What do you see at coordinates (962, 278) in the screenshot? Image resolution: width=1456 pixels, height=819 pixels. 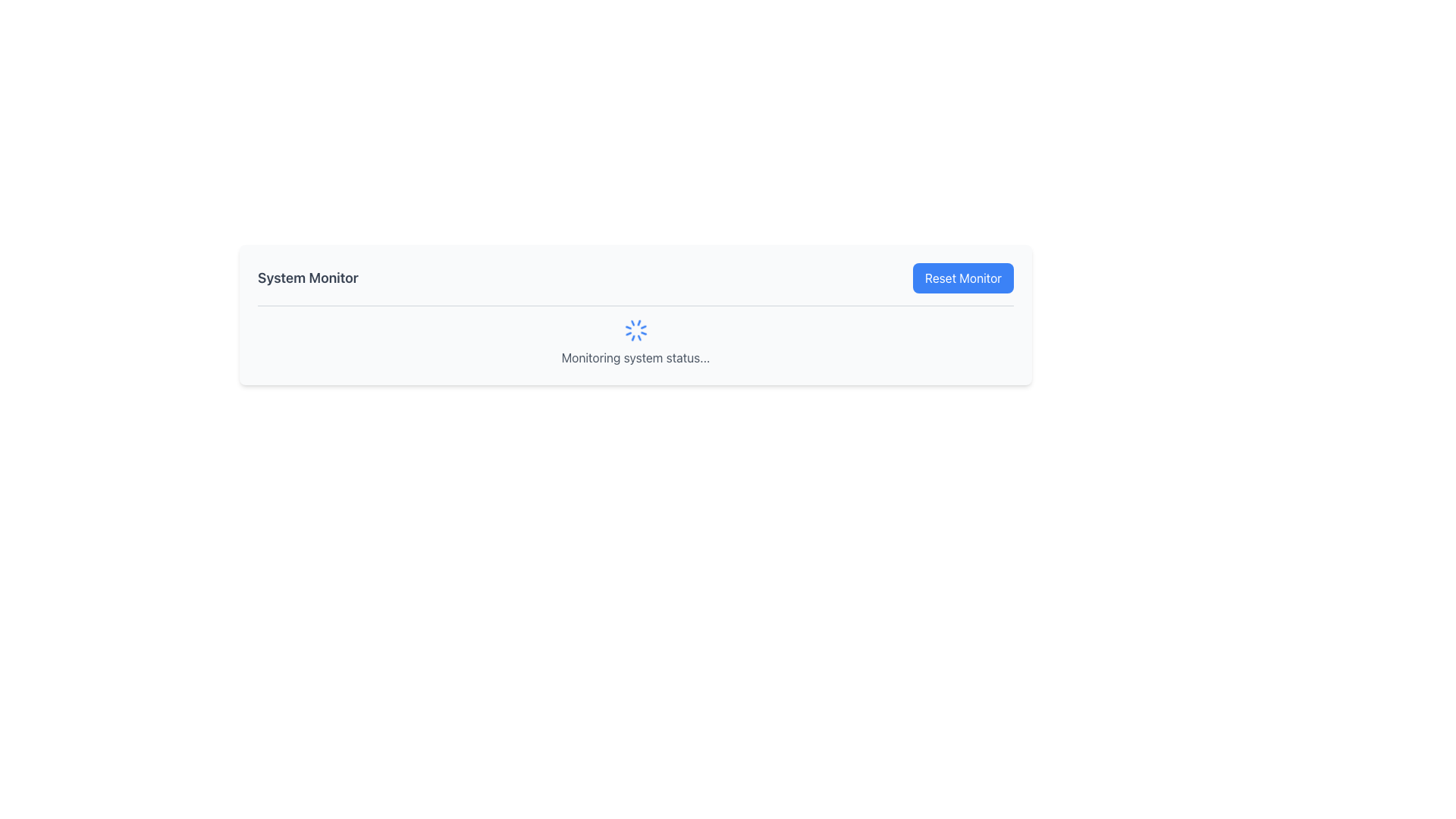 I see `the 'Reset Monitor' button, which is a blue button with white text located on the right side of the 'System Monitor' section` at bounding box center [962, 278].